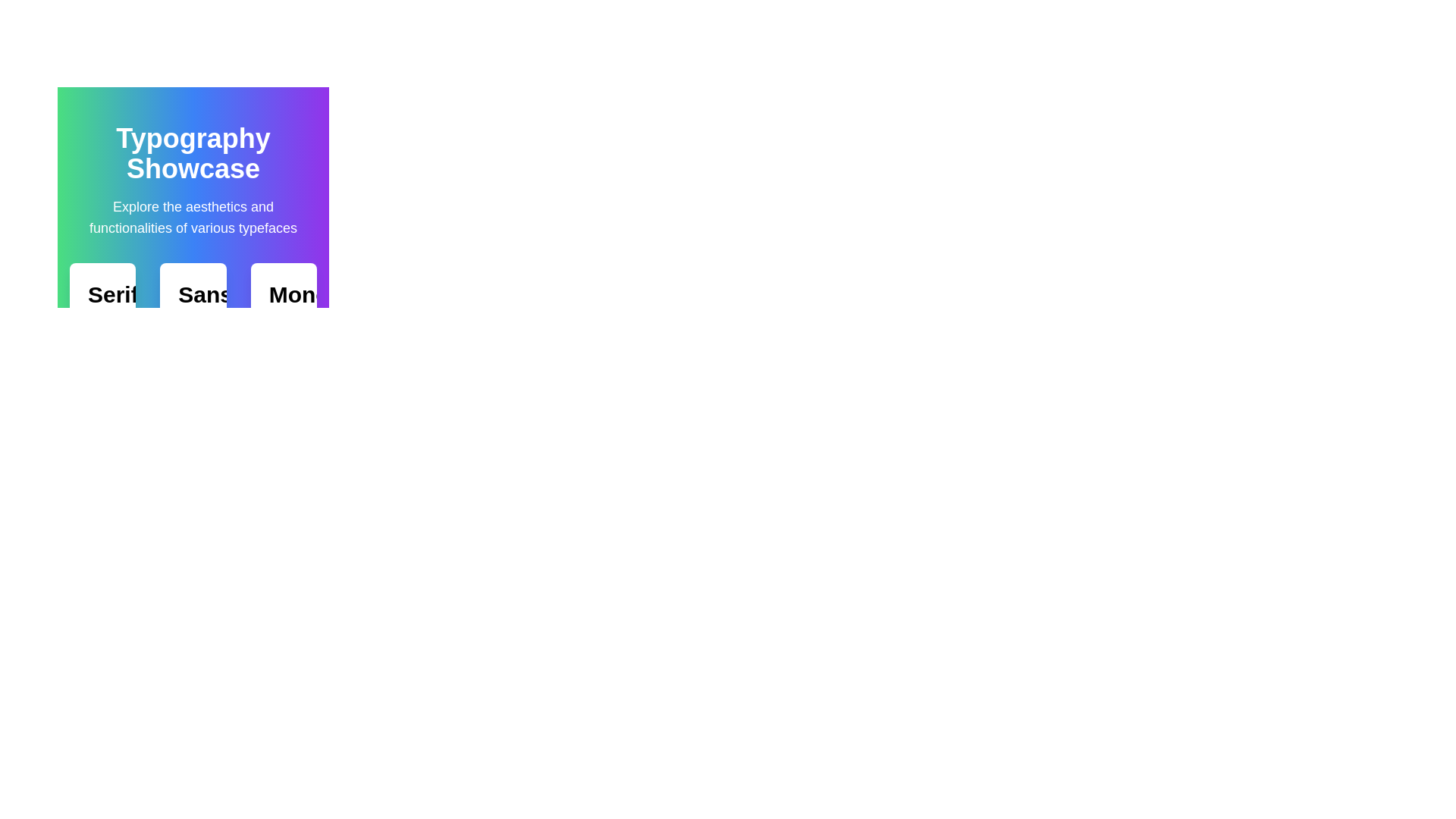  I want to click on the textual block displaying the sentence 'Explore the aesthetics and functionalities of various typefaces', located below the 'Typography Showcase' heading, so click(192, 217).